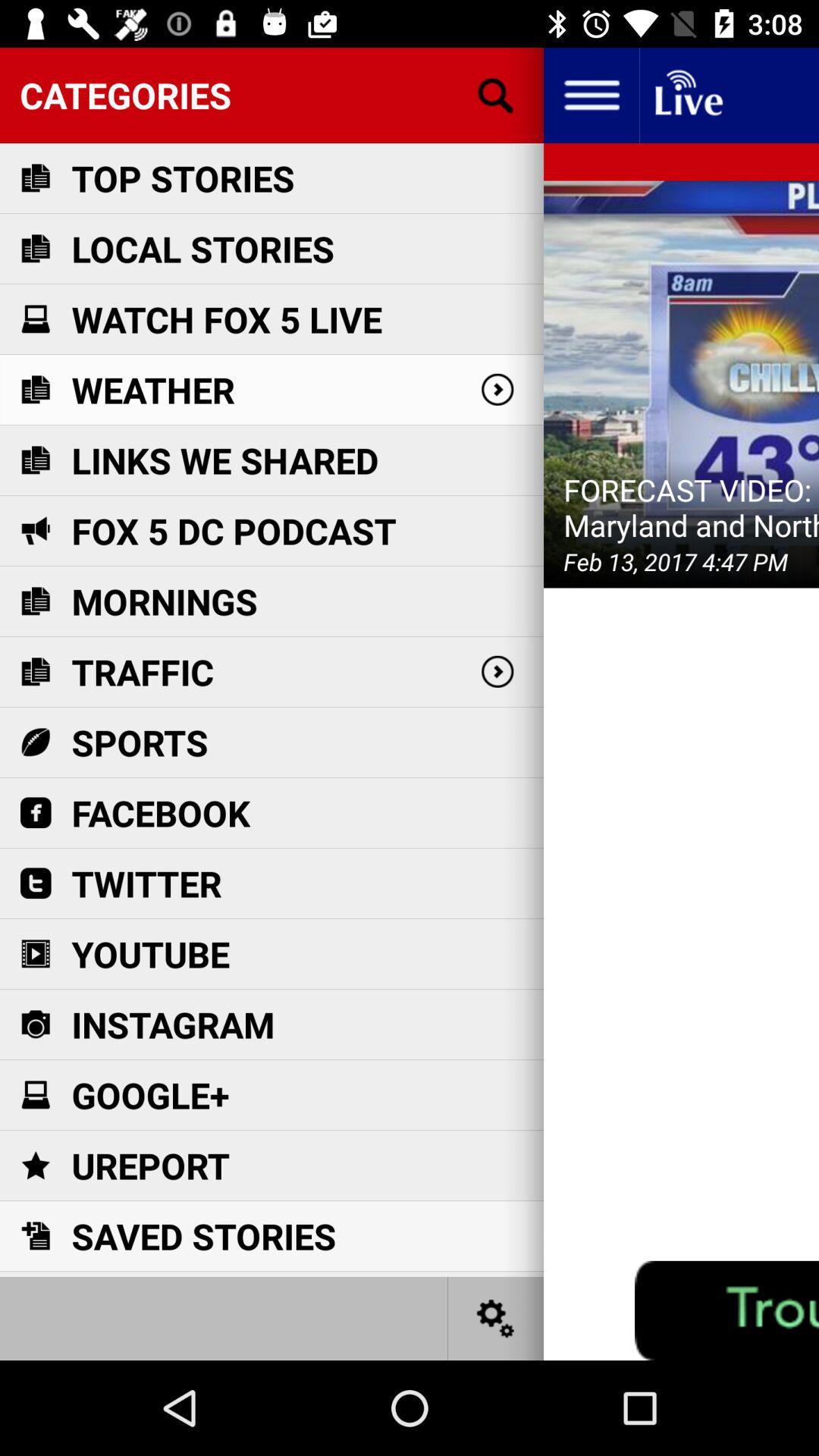 The image size is (819, 1456). I want to click on the menu icon, so click(590, 94).